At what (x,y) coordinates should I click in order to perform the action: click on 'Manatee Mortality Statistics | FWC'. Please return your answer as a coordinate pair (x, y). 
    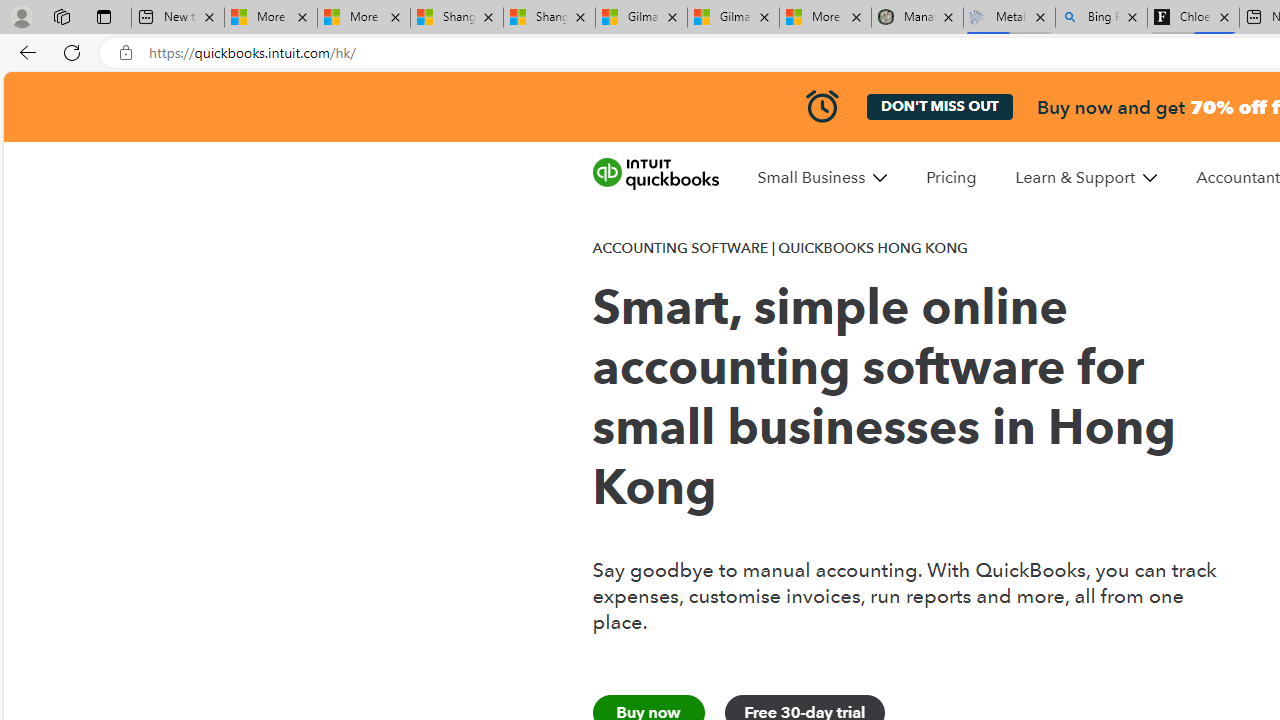
    Looking at the image, I should click on (916, 17).